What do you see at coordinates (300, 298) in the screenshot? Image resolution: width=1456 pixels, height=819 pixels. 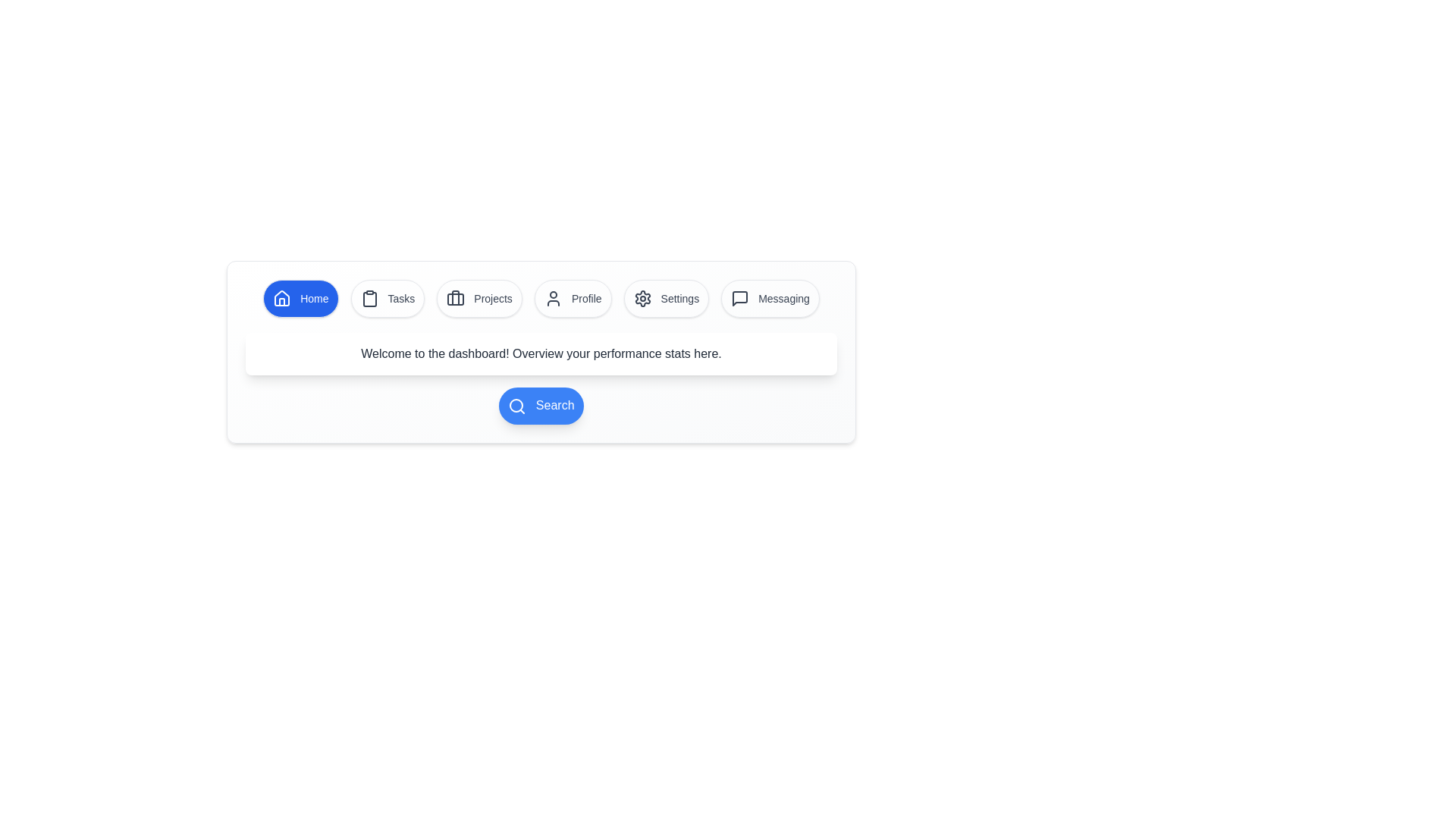 I see `the navigation button located at the far left of the button group` at bounding box center [300, 298].